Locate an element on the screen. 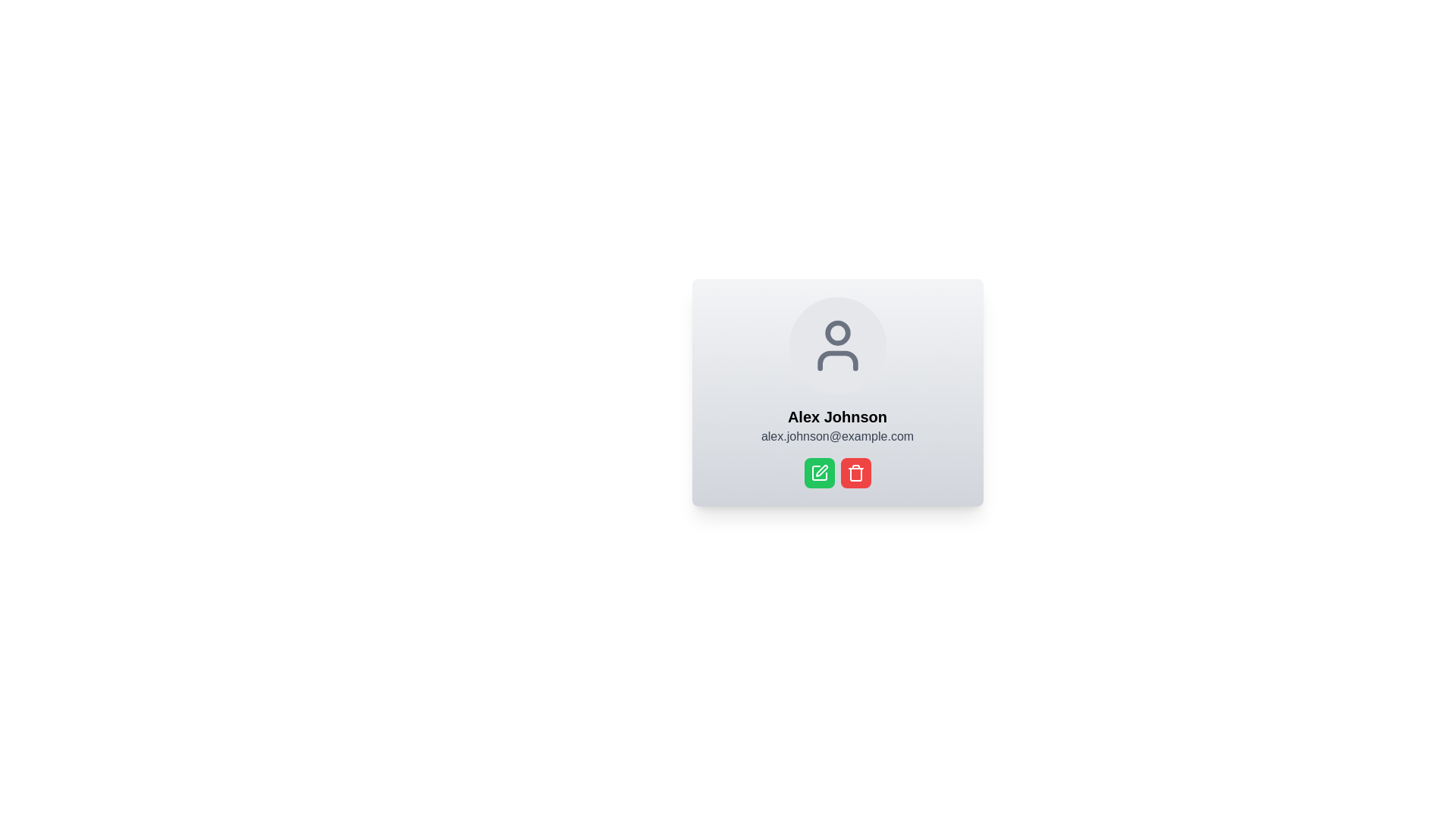  the semicircle graphical part of the user representation icon located at the upper section of the card, just below the head circle is located at coordinates (836, 360).